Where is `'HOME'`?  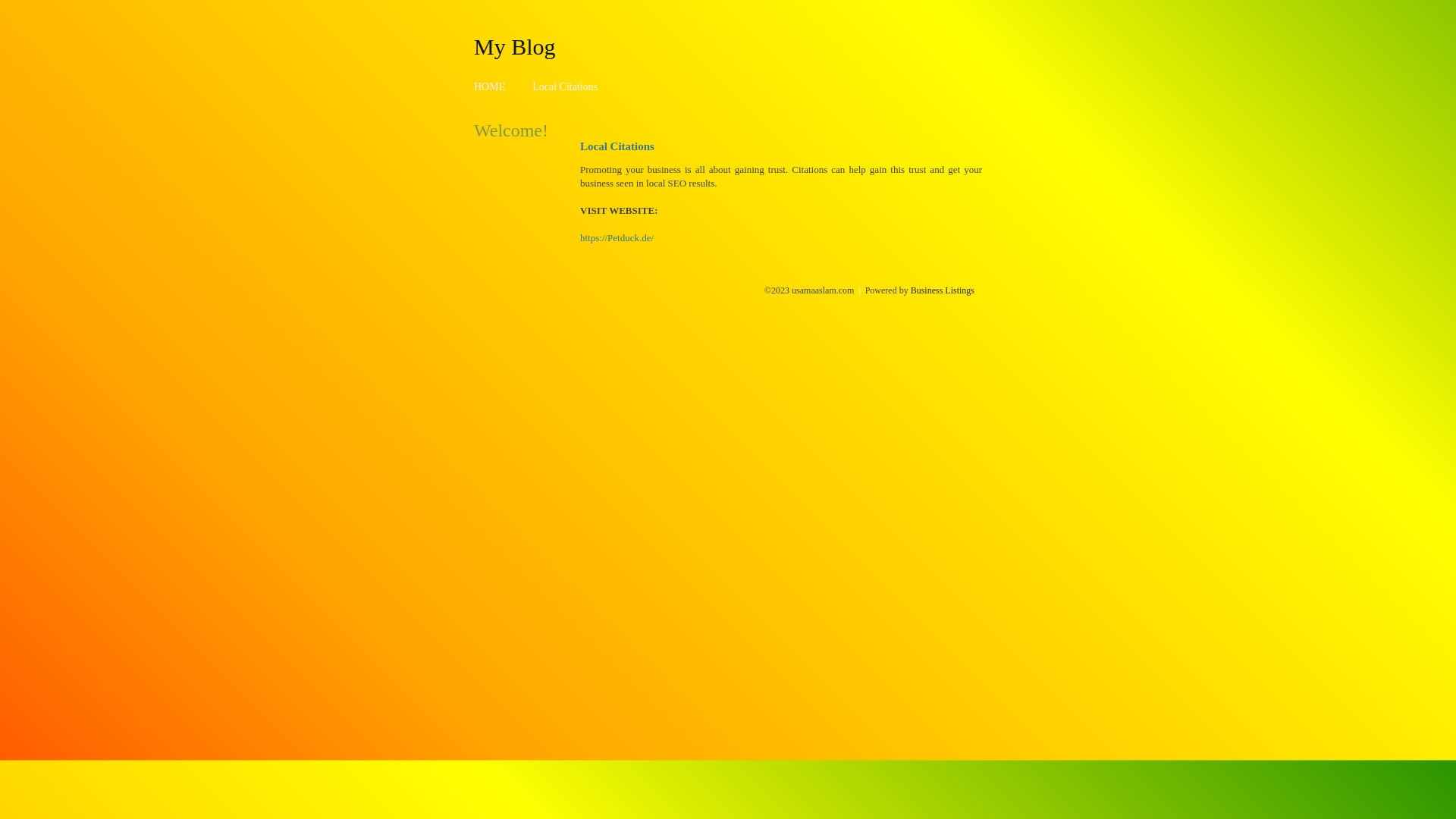
'HOME' is located at coordinates (489, 86).